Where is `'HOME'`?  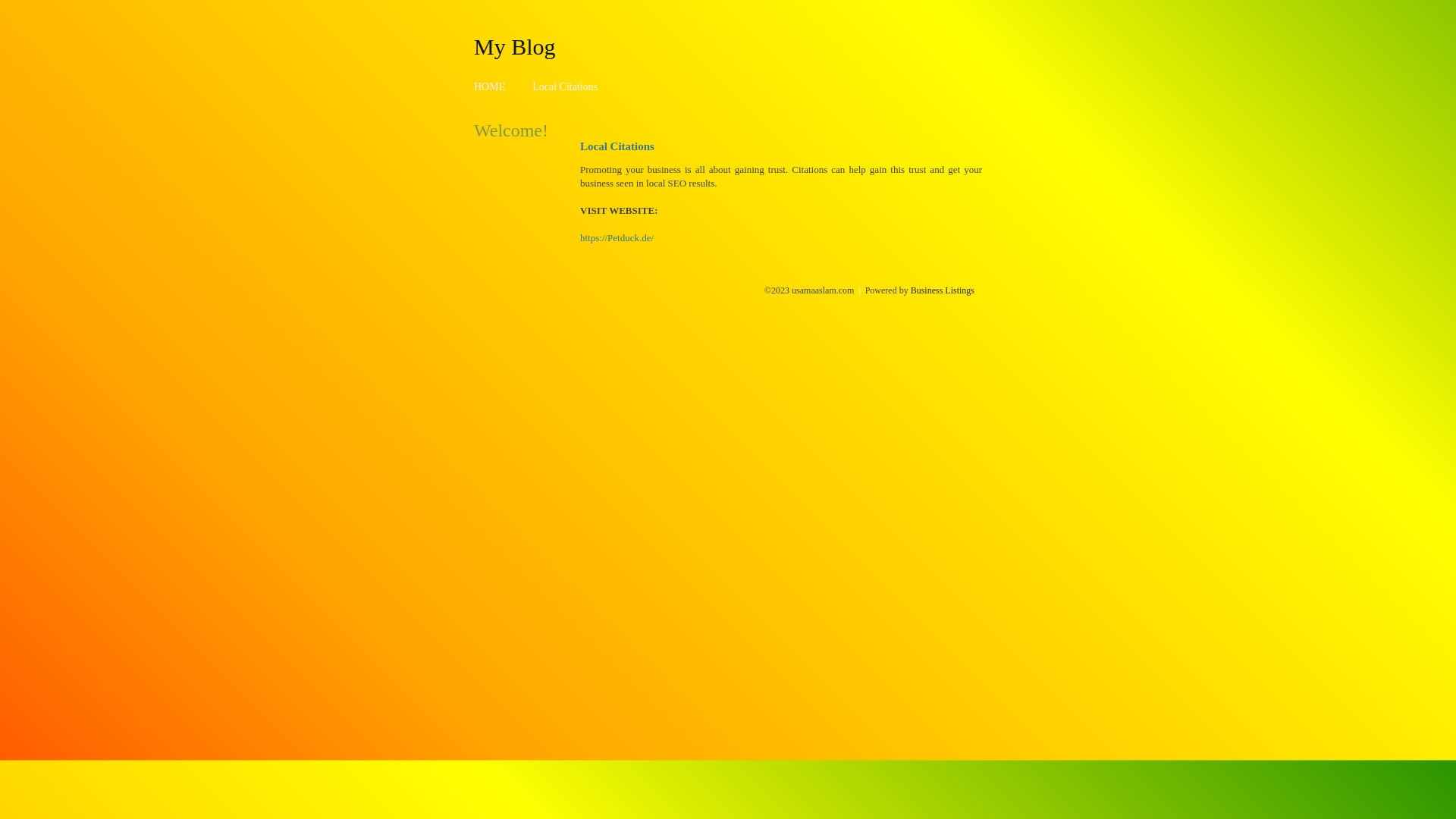
'HOME' is located at coordinates (489, 86).